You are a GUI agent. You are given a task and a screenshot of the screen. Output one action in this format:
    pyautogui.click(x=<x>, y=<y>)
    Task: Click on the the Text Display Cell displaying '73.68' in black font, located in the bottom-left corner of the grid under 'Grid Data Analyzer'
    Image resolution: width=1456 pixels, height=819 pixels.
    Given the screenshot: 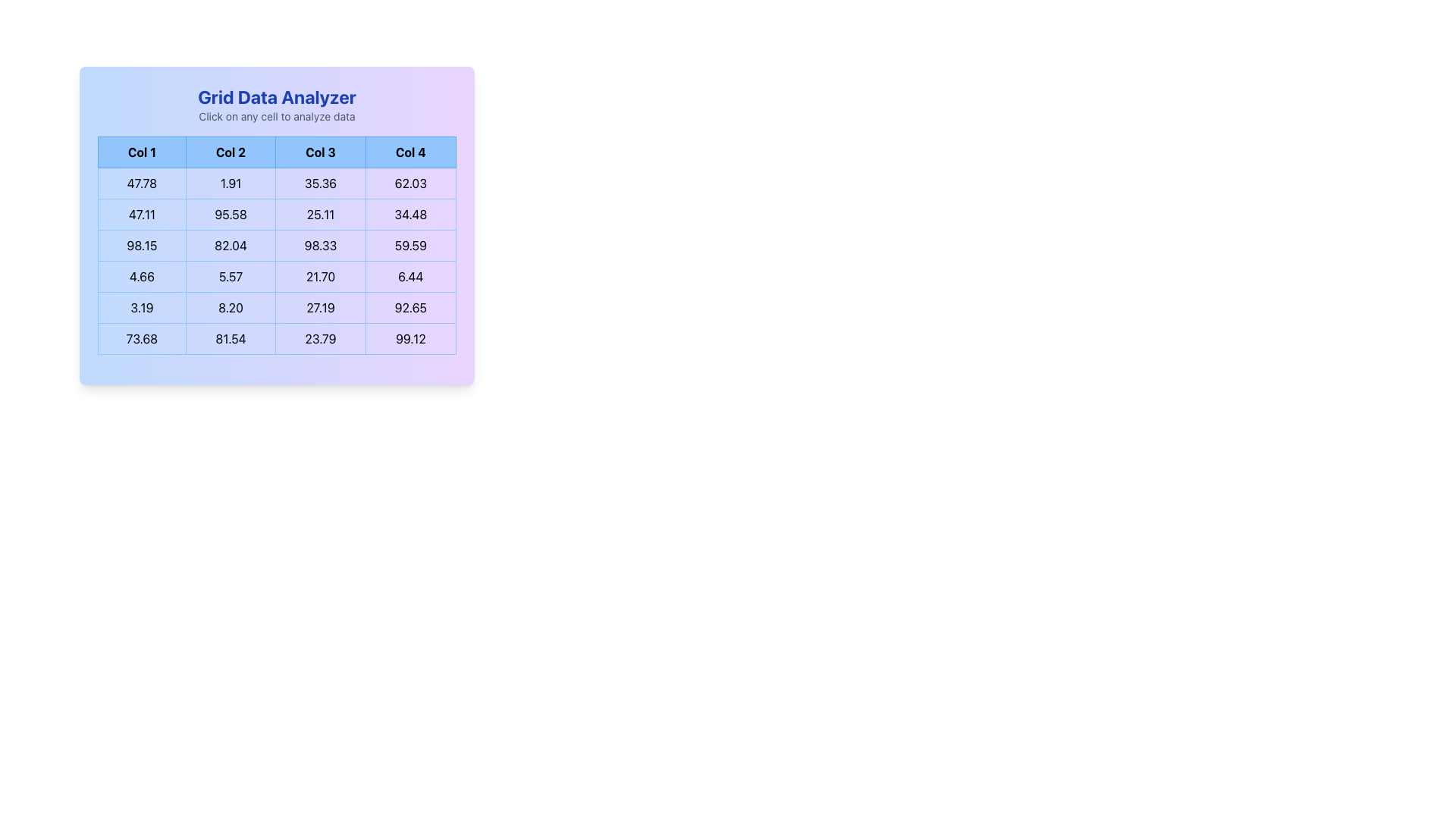 What is the action you would take?
    pyautogui.click(x=142, y=338)
    